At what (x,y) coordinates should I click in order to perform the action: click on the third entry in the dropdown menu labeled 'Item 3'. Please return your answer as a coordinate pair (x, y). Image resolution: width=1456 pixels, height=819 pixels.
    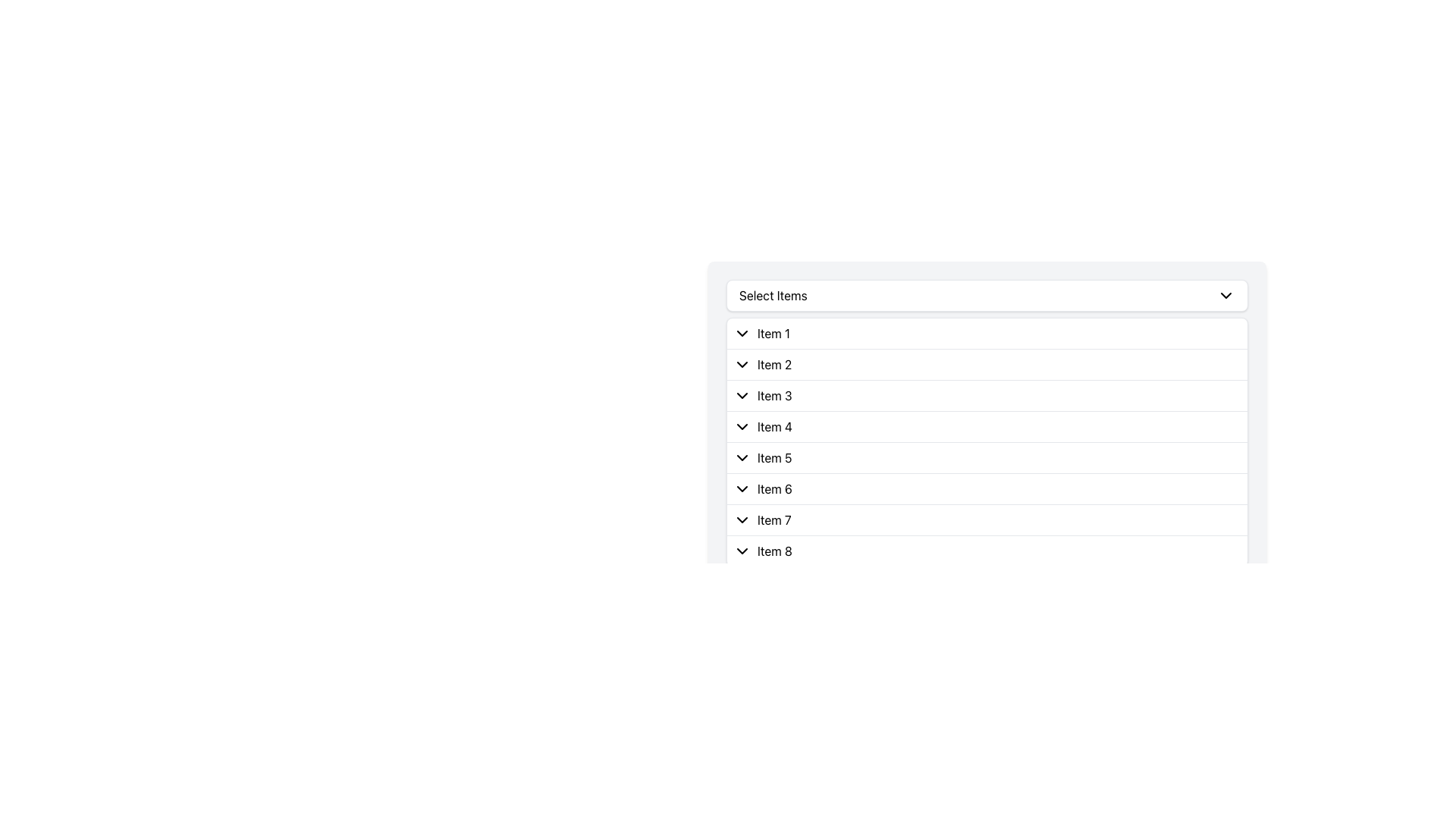
    Looking at the image, I should click on (987, 394).